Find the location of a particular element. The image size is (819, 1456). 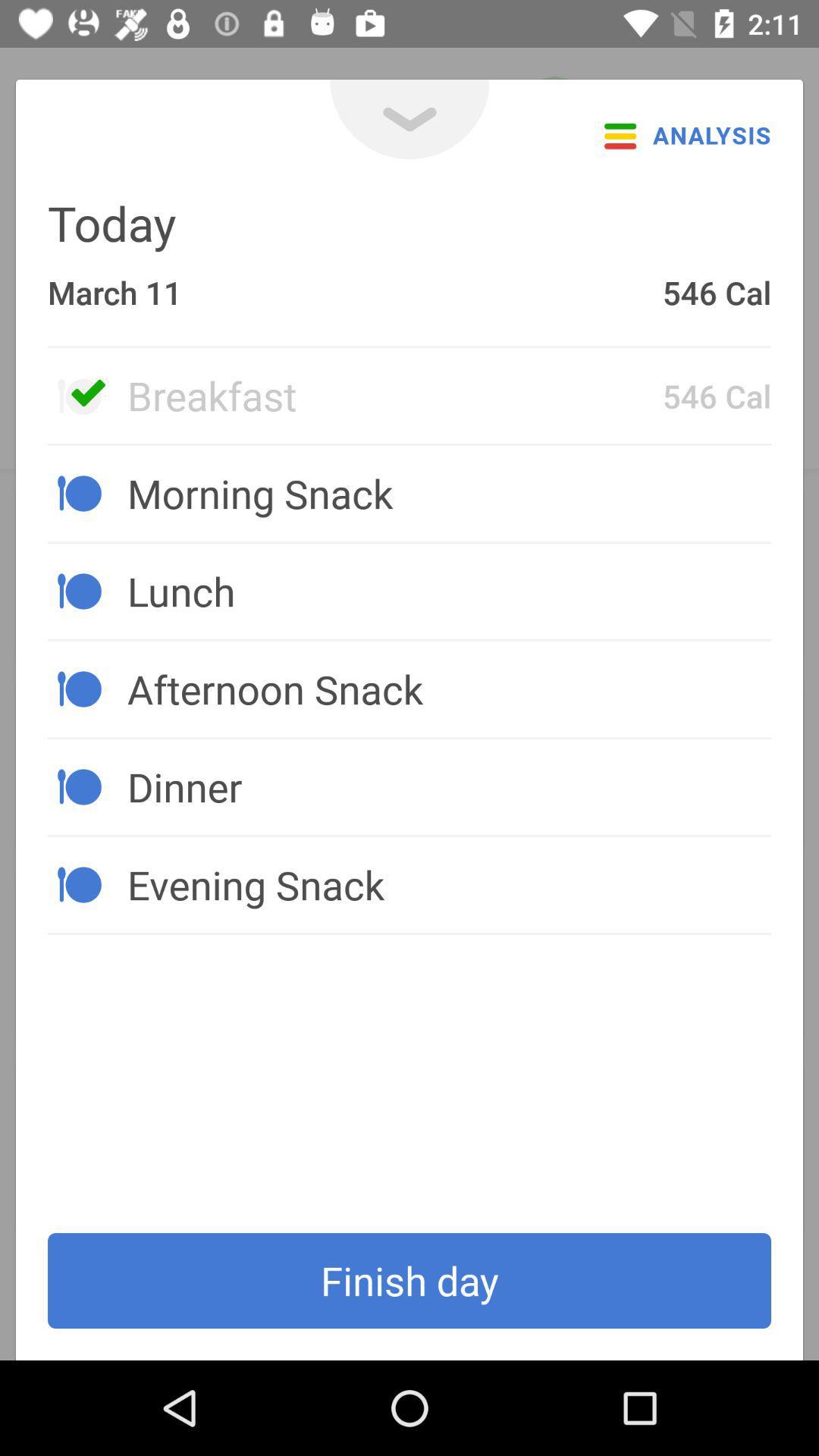

icon to the left of 546 cal item is located at coordinates (394, 395).